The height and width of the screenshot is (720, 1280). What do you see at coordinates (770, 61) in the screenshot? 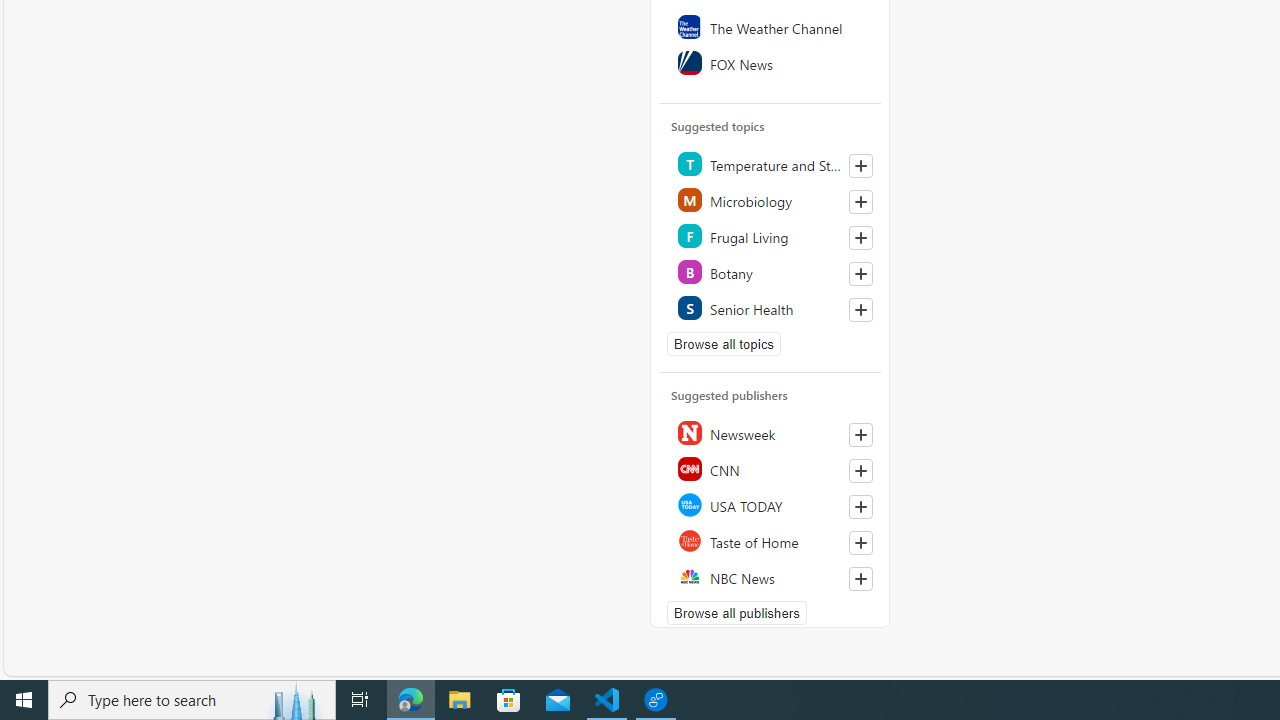
I see `'FOX News'` at bounding box center [770, 61].